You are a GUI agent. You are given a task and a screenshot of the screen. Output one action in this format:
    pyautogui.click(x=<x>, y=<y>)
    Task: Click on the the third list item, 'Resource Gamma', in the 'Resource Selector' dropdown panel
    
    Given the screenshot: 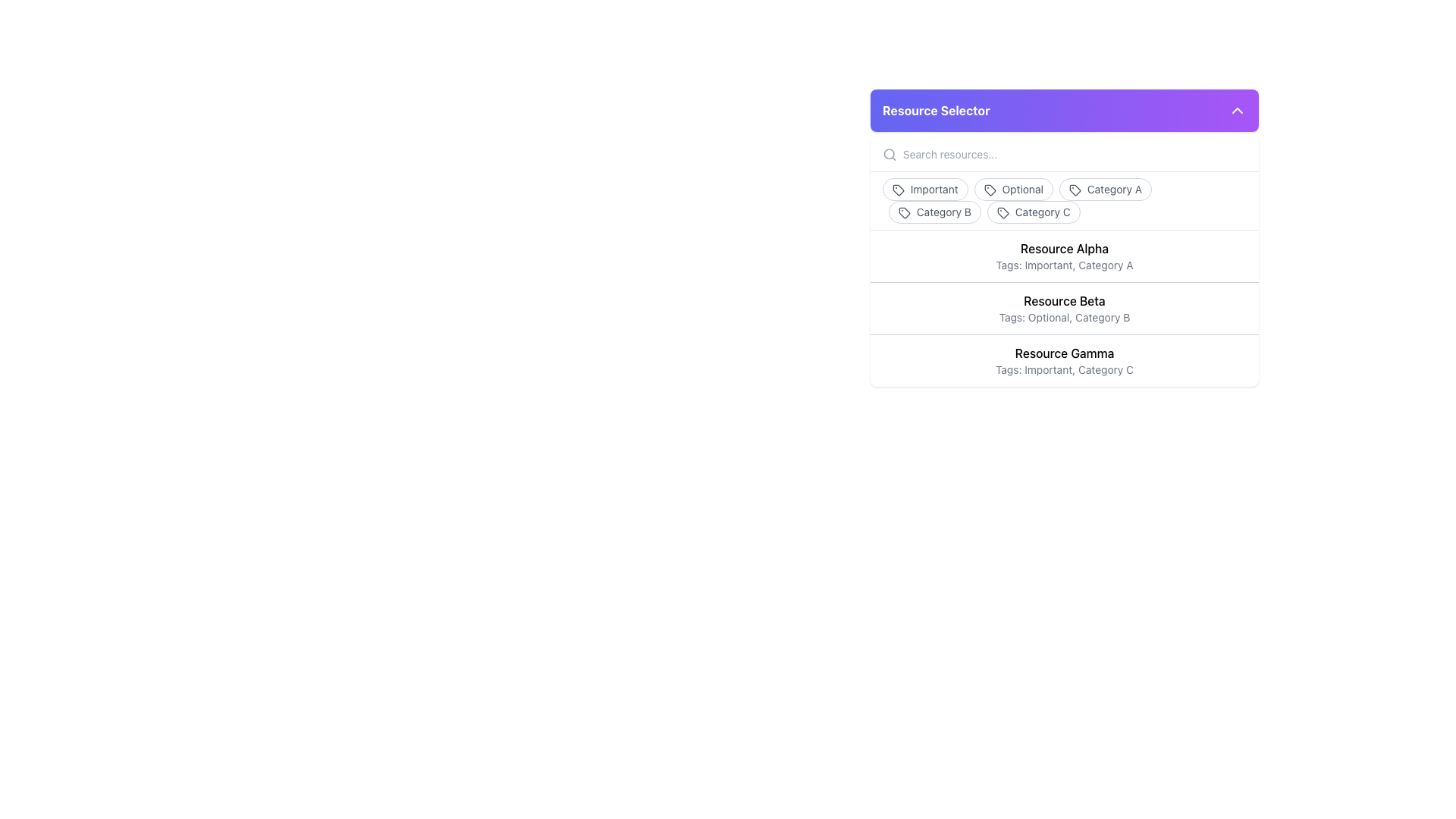 What is the action you would take?
    pyautogui.click(x=1063, y=359)
    